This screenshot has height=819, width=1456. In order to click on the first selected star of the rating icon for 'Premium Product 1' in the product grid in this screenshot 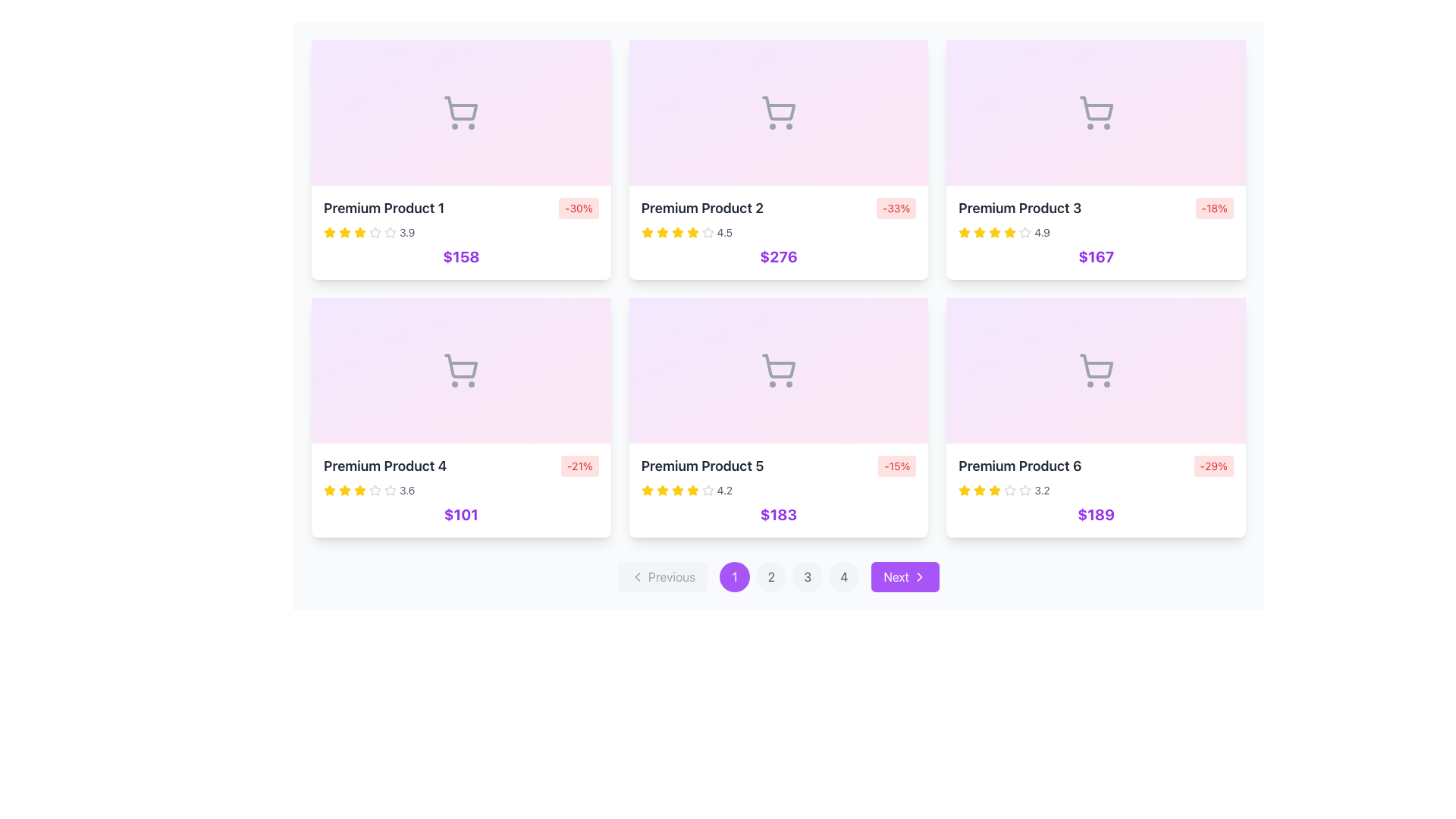, I will do `click(344, 232)`.